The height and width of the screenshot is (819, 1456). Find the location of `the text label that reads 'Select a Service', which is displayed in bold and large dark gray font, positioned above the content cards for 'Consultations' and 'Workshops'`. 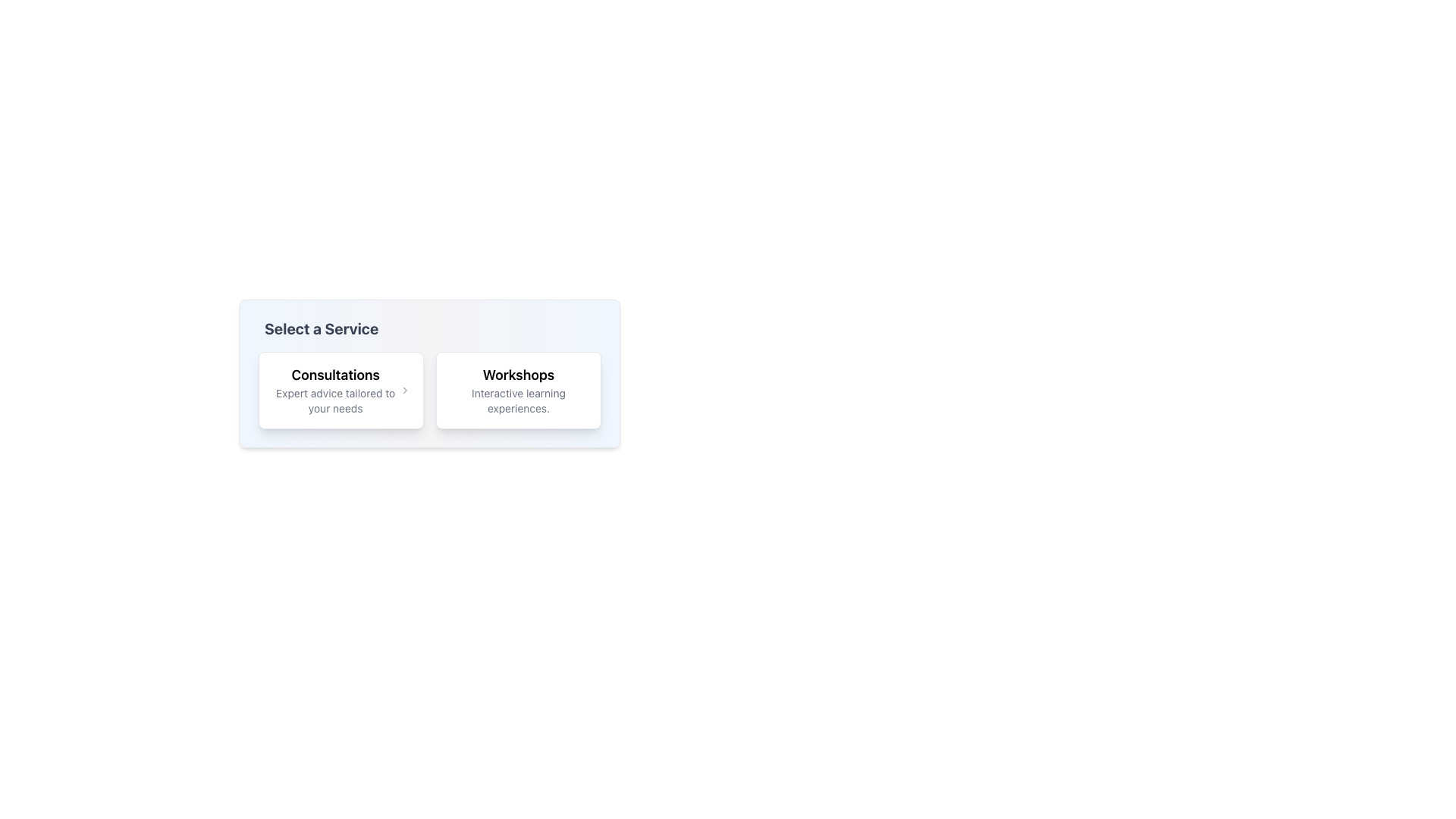

the text label that reads 'Select a Service', which is displayed in bold and large dark gray font, positioned above the content cards for 'Consultations' and 'Workshops' is located at coordinates (321, 328).